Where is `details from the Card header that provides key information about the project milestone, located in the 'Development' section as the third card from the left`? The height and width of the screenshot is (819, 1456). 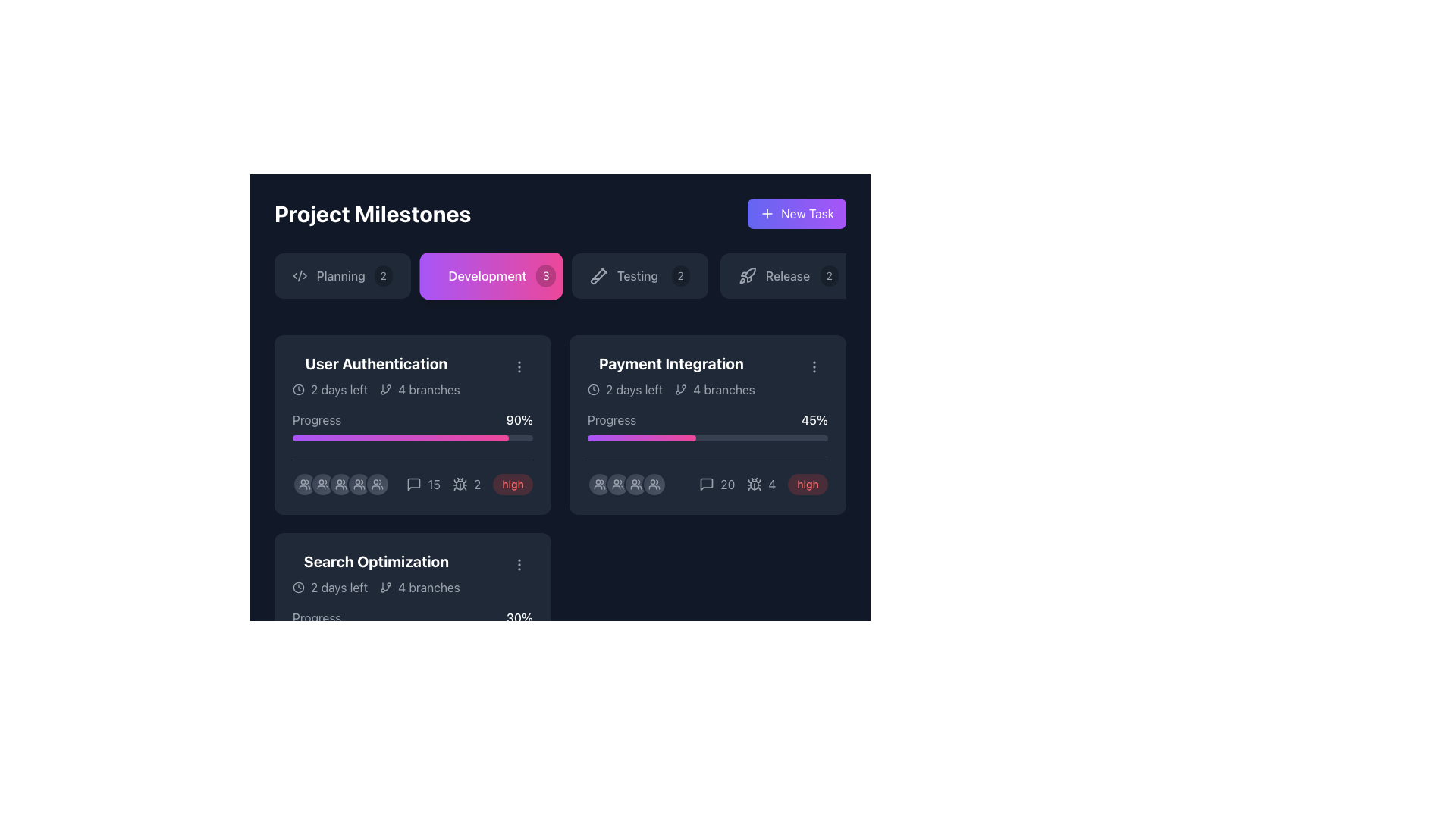 details from the Card header that provides key information about the project milestone, located in the 'Development' section as the third card from the left is located at coordinates (413, 573).